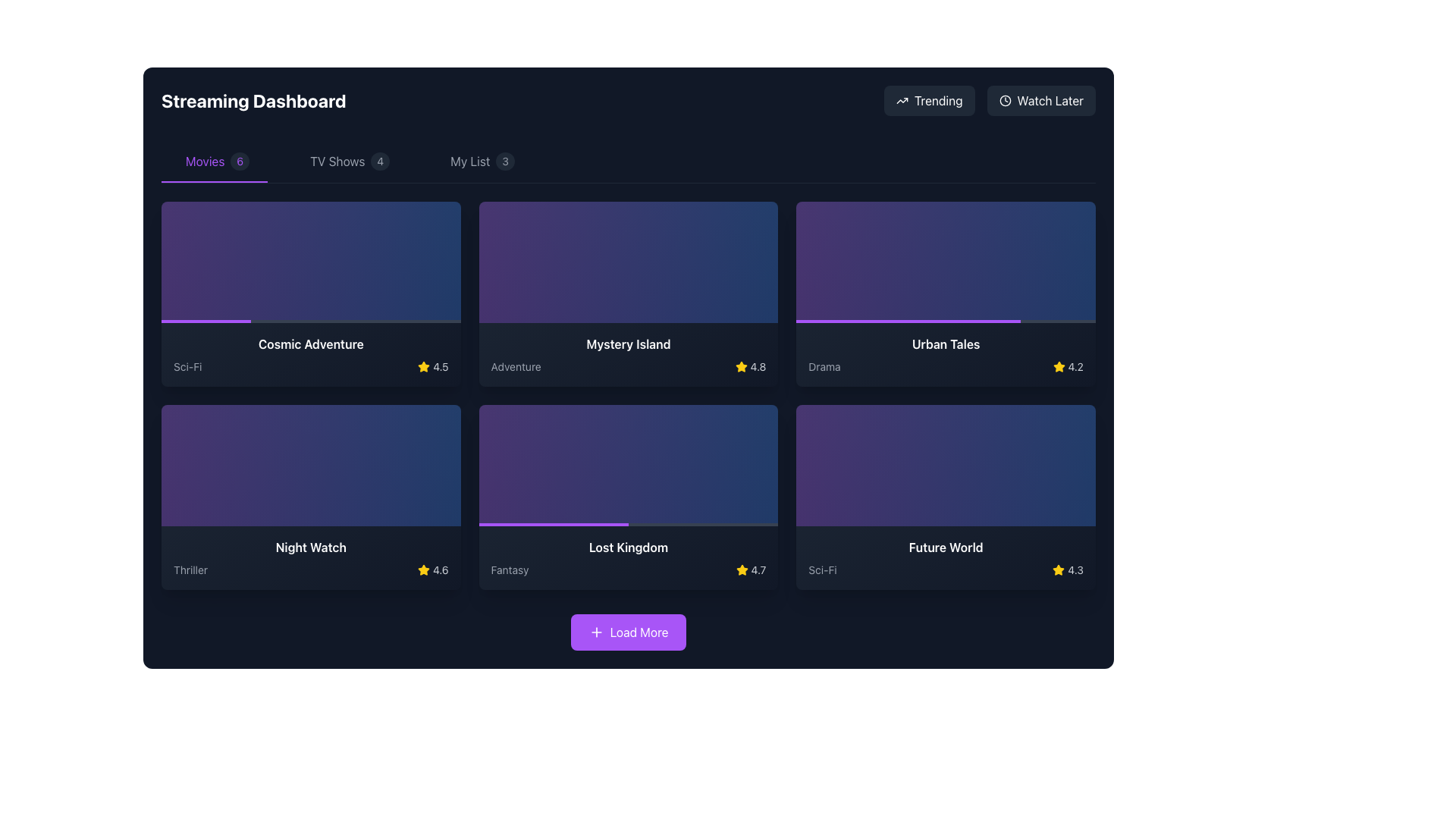 The width and height of the screenshot is (1456, 819). What do you see at coordinates (310, 294) in the screenshot?
I see `the movie card representing 'Cosmic Adventure', which is located in the first row and first column of the grid layout` at bounding box center [310, 294].